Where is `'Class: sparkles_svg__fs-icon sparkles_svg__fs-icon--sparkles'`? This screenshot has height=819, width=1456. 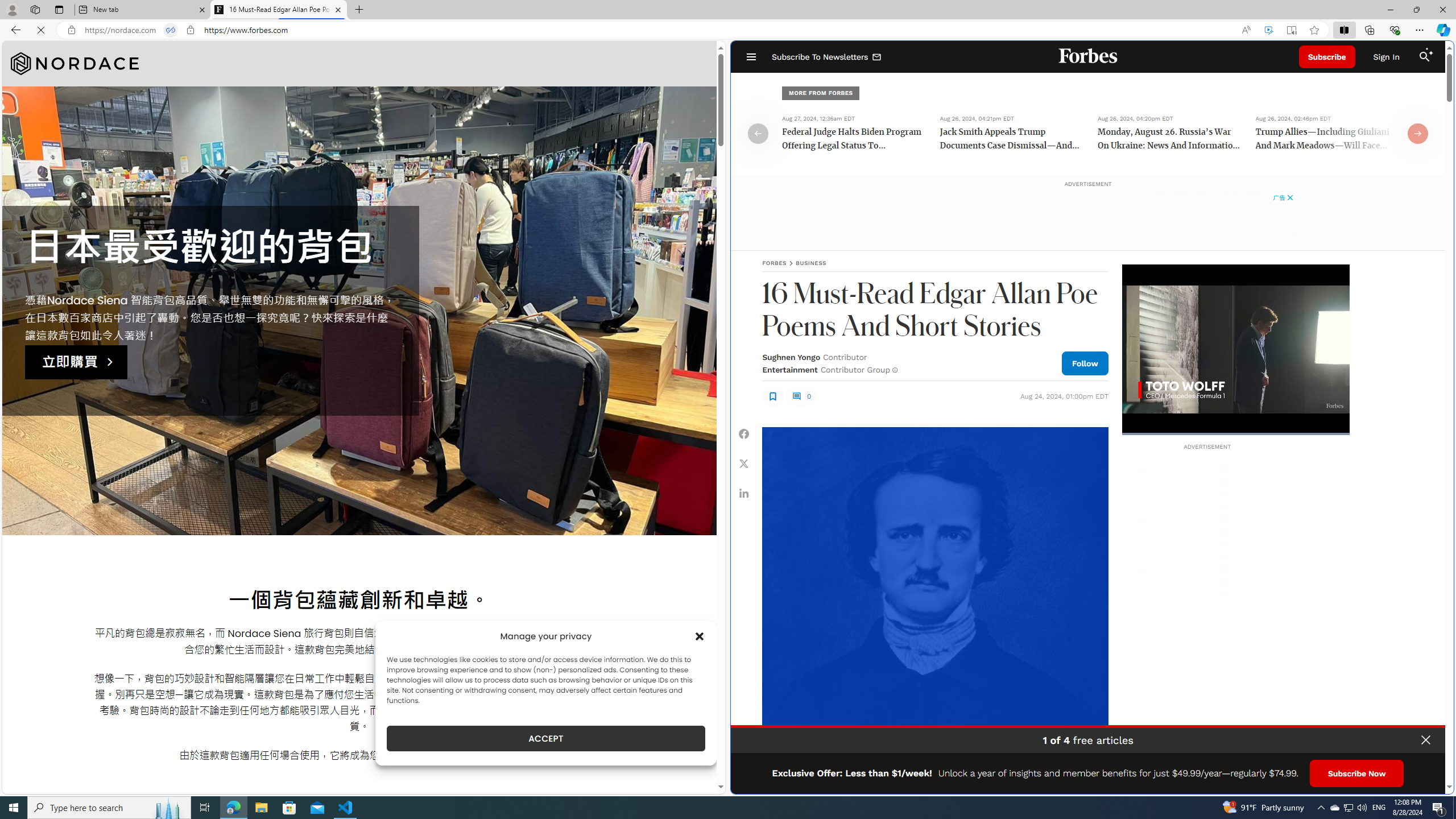
'Class: sparkles_svg__fs-icon sparkles_svg__fs-icon--sparkles' is located at coordinates (1430, 51).